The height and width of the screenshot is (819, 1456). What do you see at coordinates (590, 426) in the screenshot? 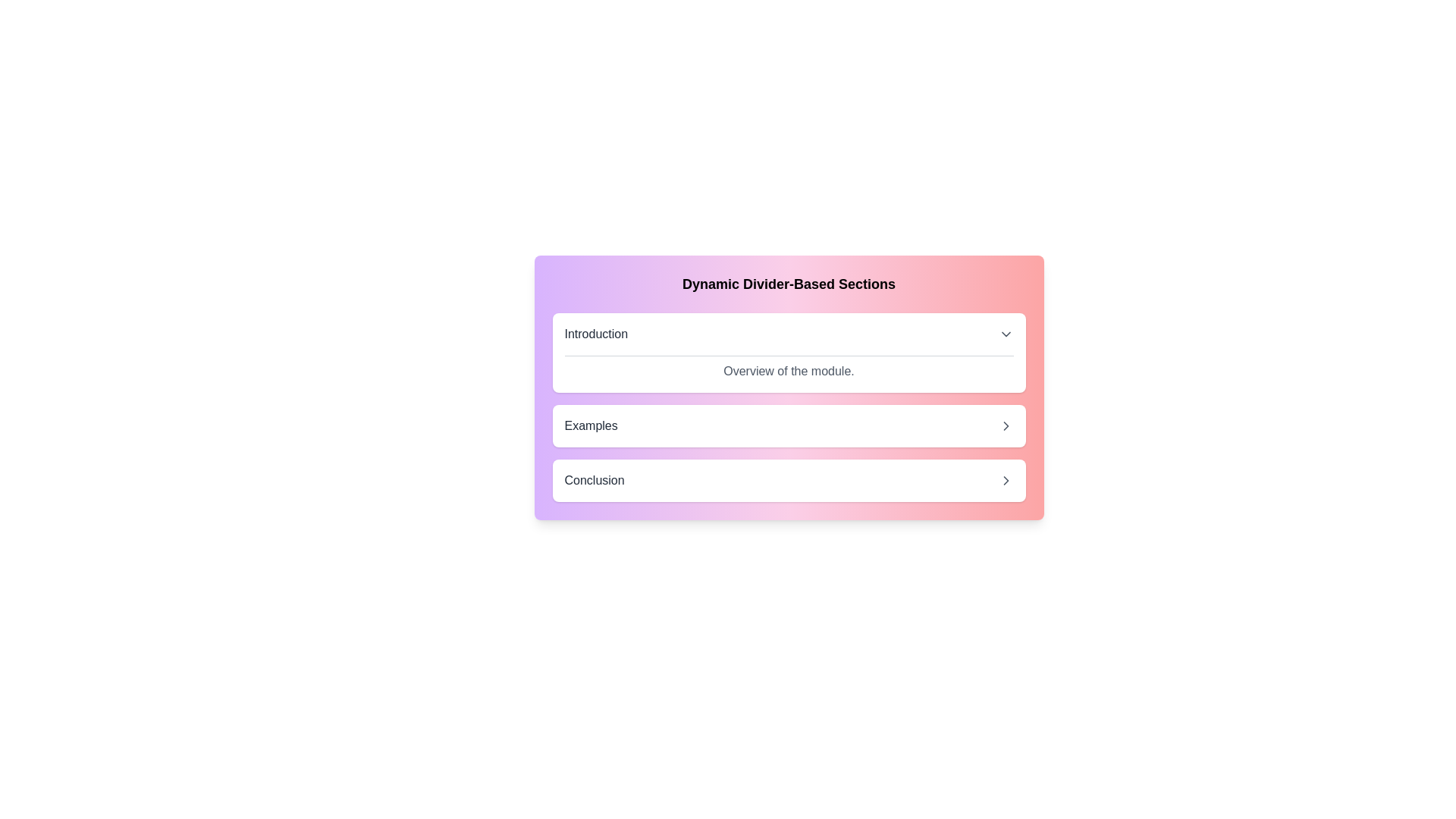
I see `the text label indicating the content or purpose of the associated section, located between the 'Introduction' and 'Conclusion' sections in the second section of the vertically stacked list` at bounding box center [590, 426].